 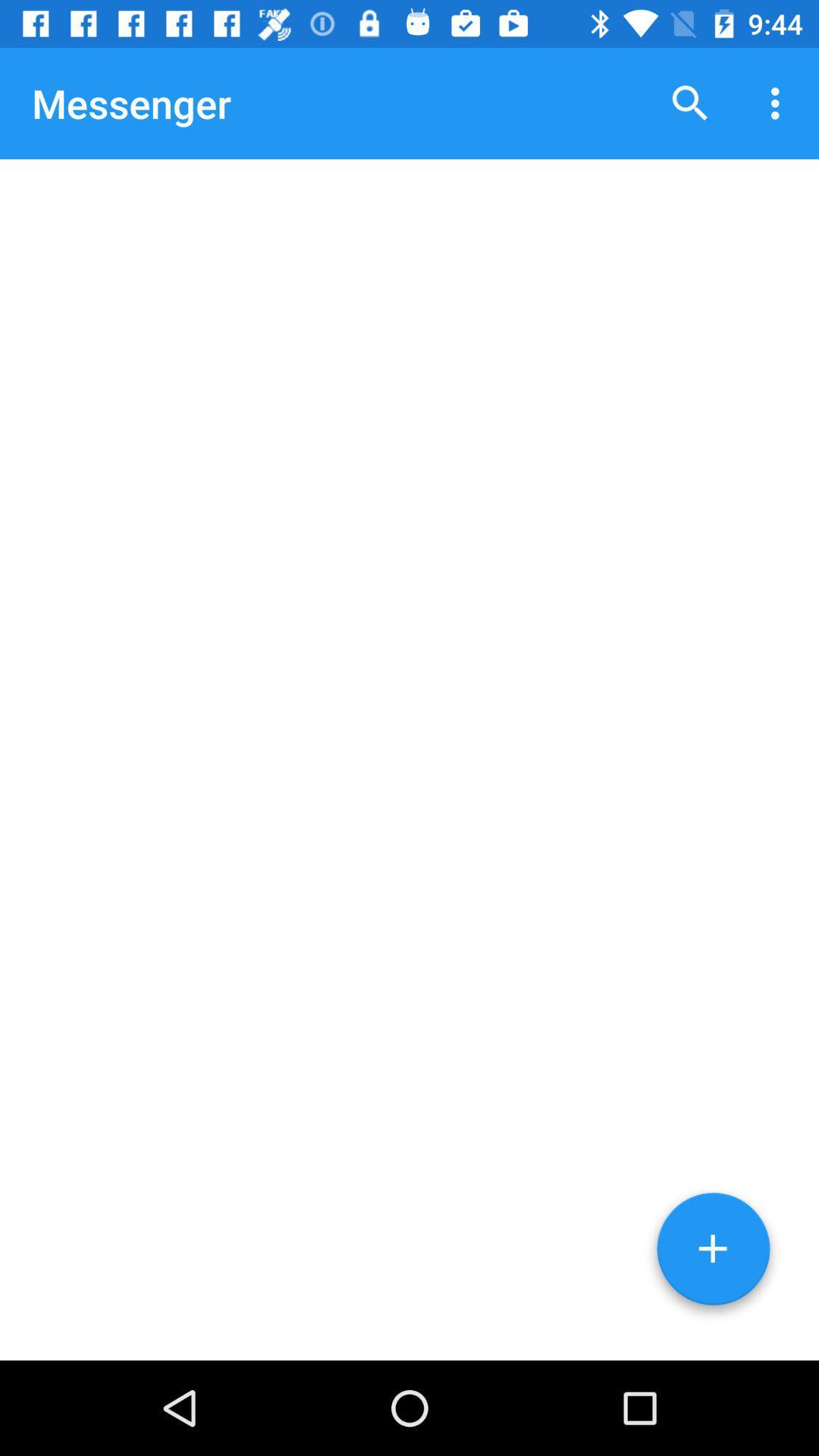 What do you see at coordinates (713, 1254) in the screenshot?
I see `start new message` at bounding box center [713, 1254].